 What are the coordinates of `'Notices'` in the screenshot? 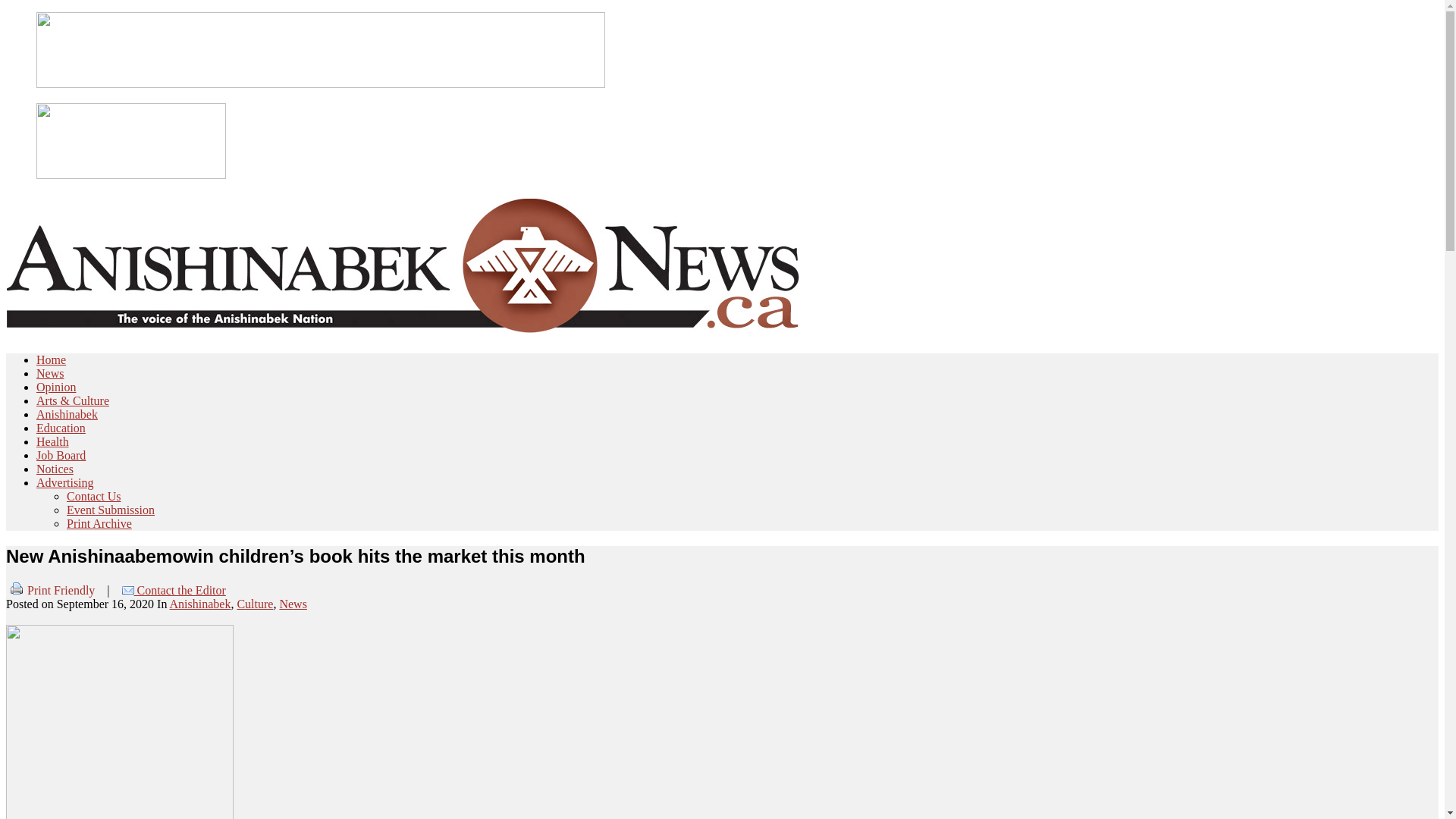 It's located at (55, 468).